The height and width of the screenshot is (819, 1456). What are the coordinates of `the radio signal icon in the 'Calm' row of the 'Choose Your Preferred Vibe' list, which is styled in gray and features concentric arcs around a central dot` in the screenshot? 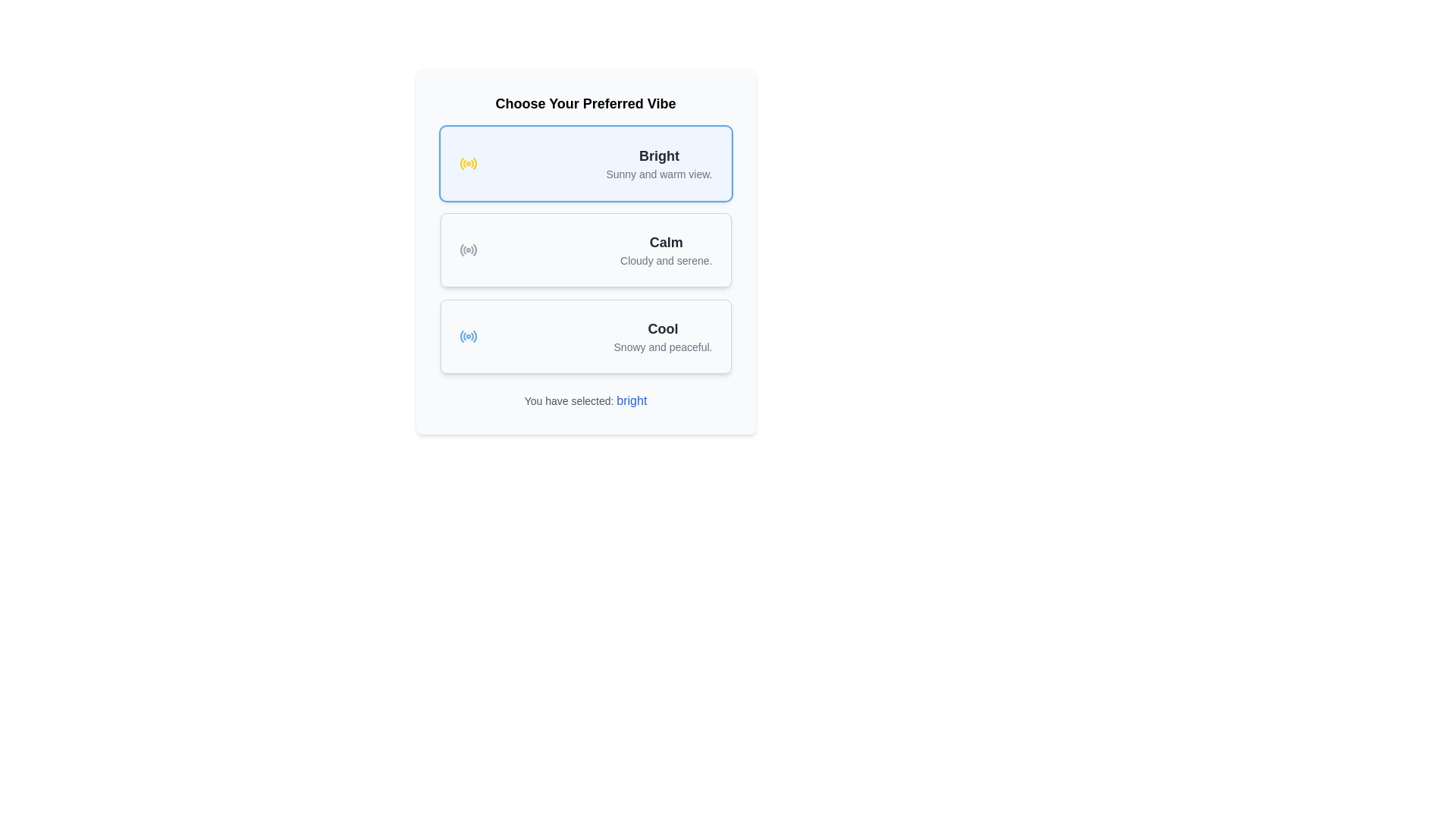 It's located at (467, 249).